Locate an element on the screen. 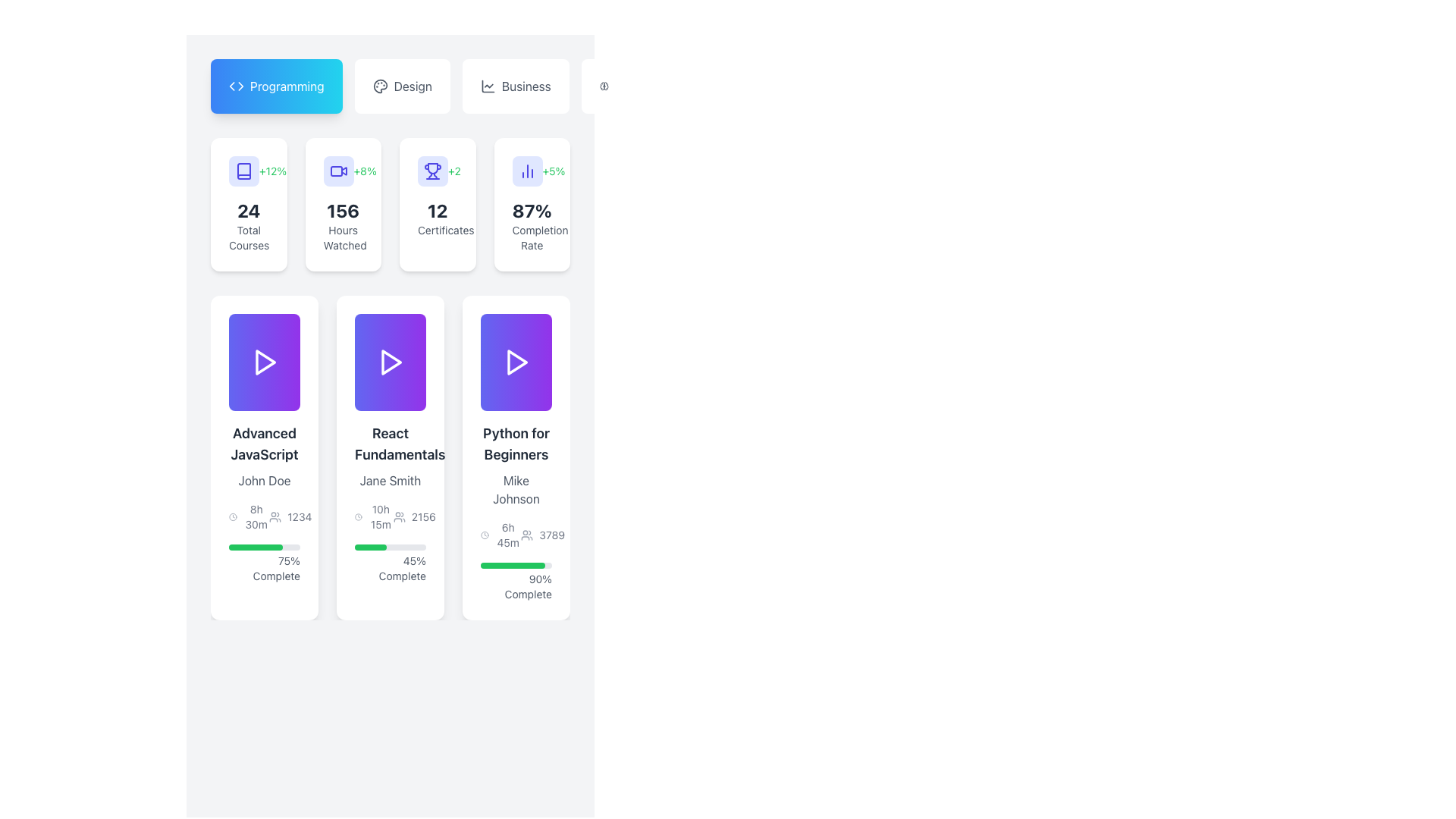  the green rounded progress bar segment indicating 90% completion within the 'Python for Beginners' course card to trigger any tooltips is located at coordinates (513, 565).